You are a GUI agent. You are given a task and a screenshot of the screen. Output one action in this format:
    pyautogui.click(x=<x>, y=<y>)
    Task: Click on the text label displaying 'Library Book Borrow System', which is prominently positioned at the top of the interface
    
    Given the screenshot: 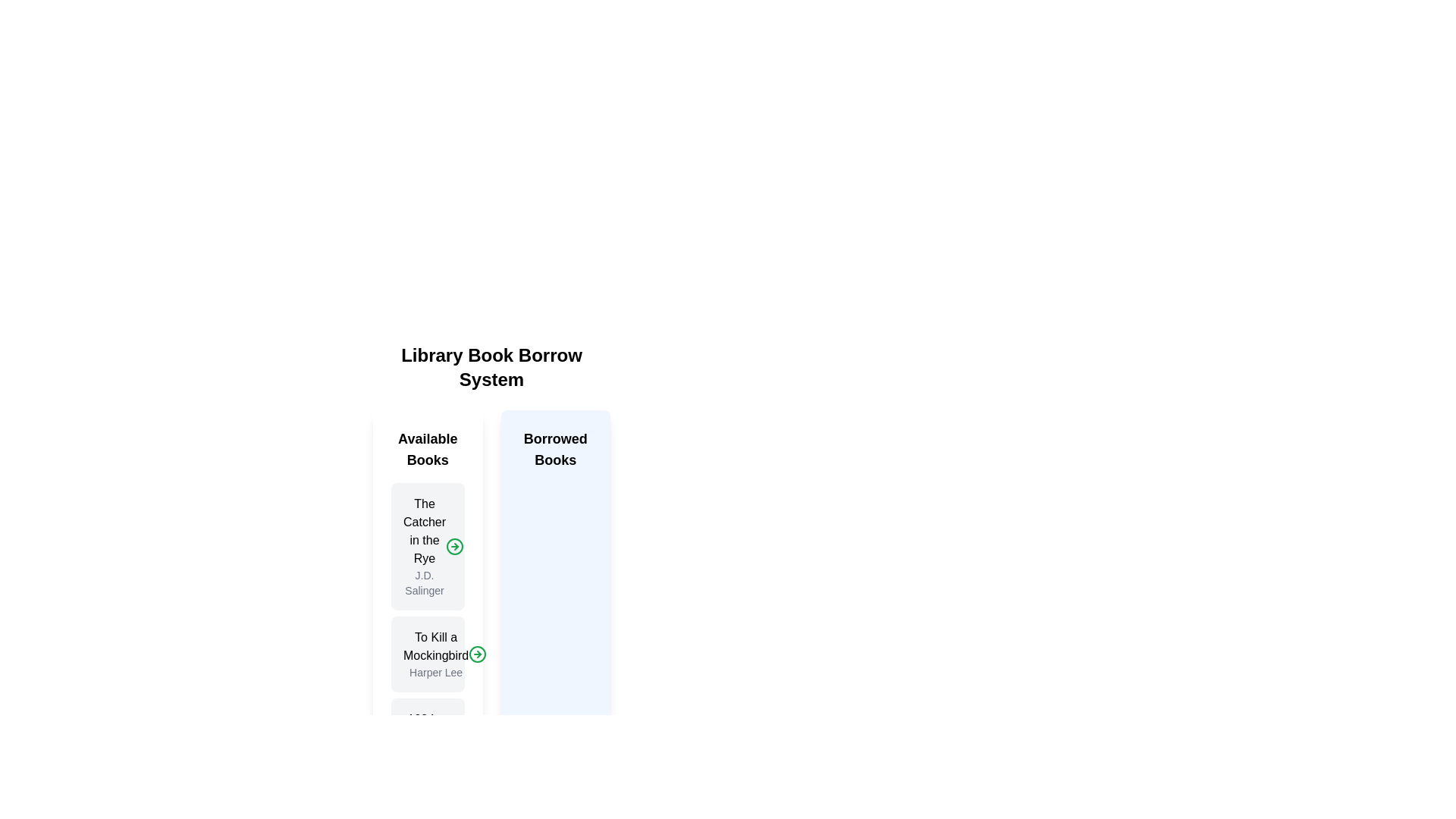 What is the action you would take?
    pyautogui.click(x=491, y=368)
    